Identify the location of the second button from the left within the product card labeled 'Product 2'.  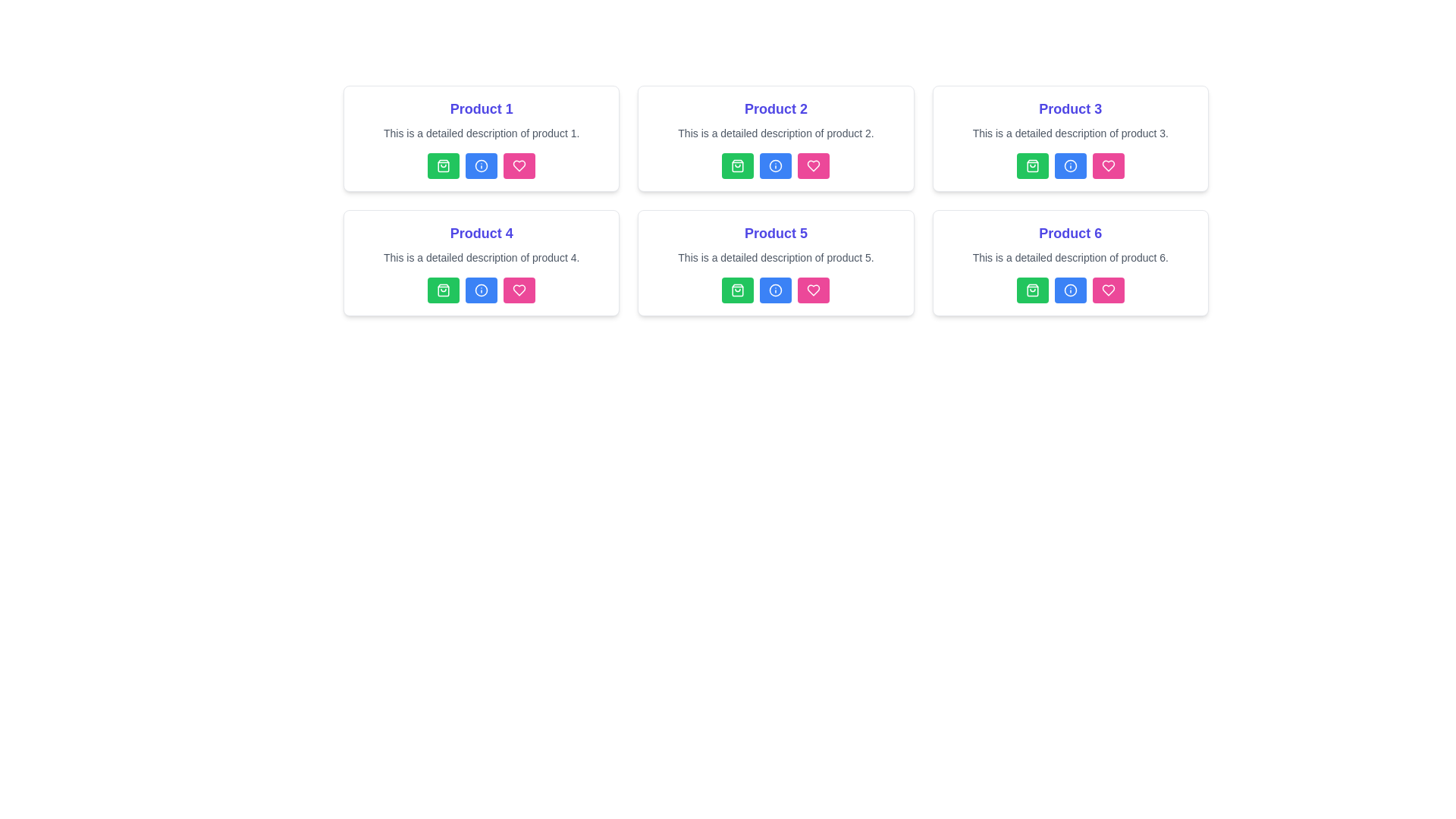
(776, 166).